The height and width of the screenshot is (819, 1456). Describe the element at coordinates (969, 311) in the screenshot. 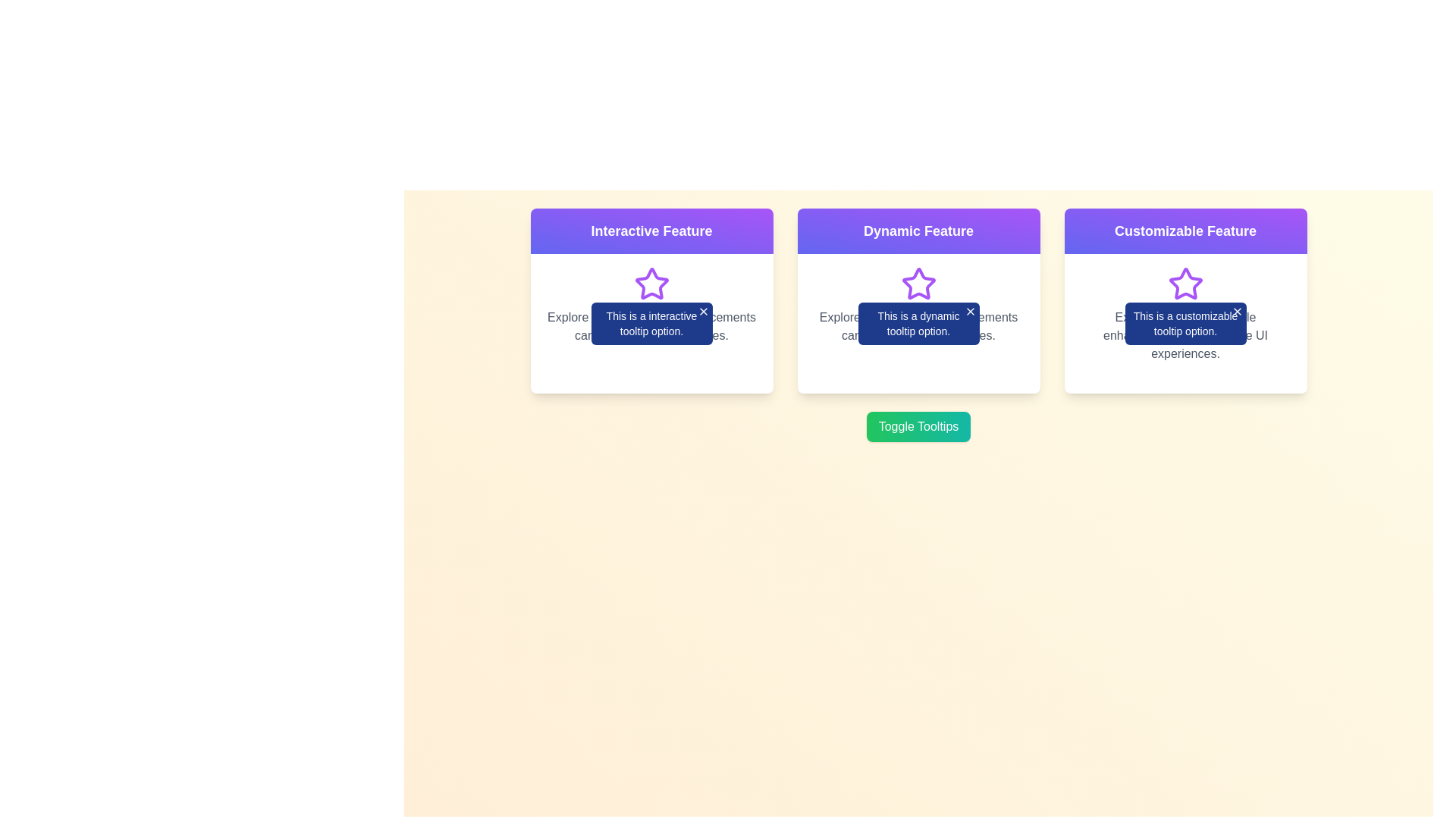

I see `the close button 'X' icon in the upper-right corner of the blue tooltip box` at that location.